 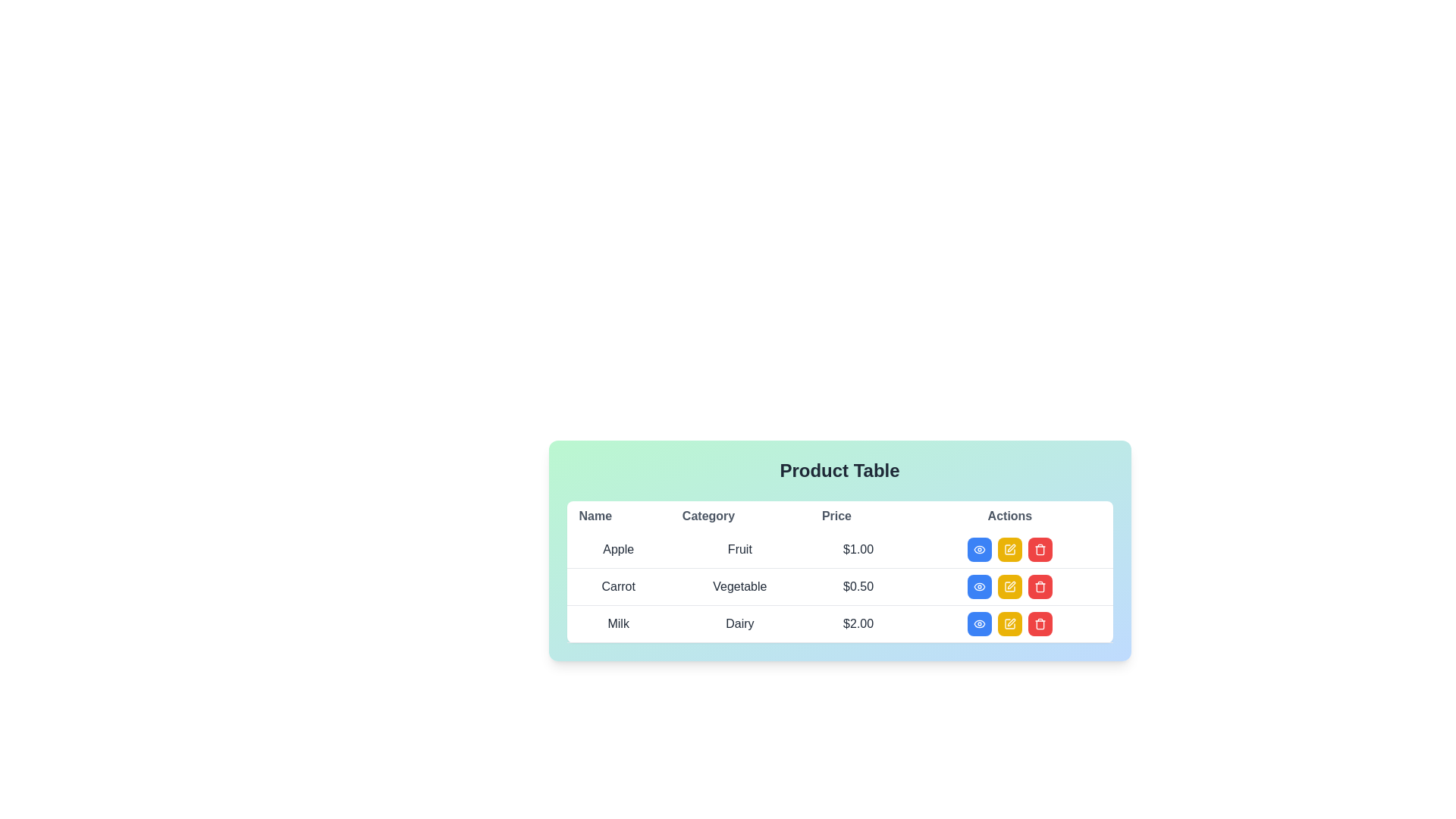 I want to click on the 'view' icon button in the 'Actions' column of the first row in the 'Product Table', so click(x=979, y=550).